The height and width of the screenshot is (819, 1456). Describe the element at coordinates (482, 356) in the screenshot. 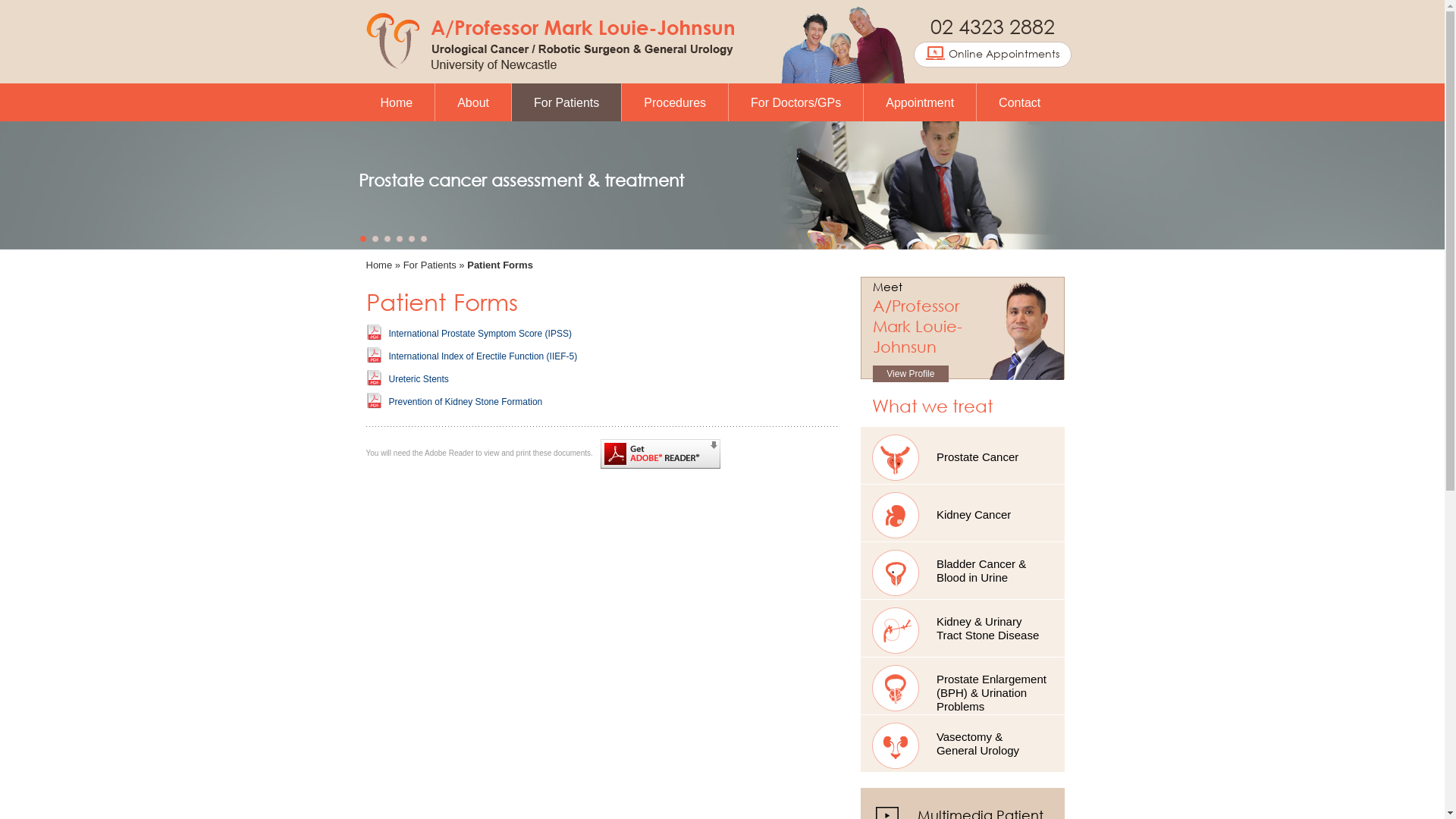

I see `'International Index of Erectile Function (IIEF-5)'` at that location.